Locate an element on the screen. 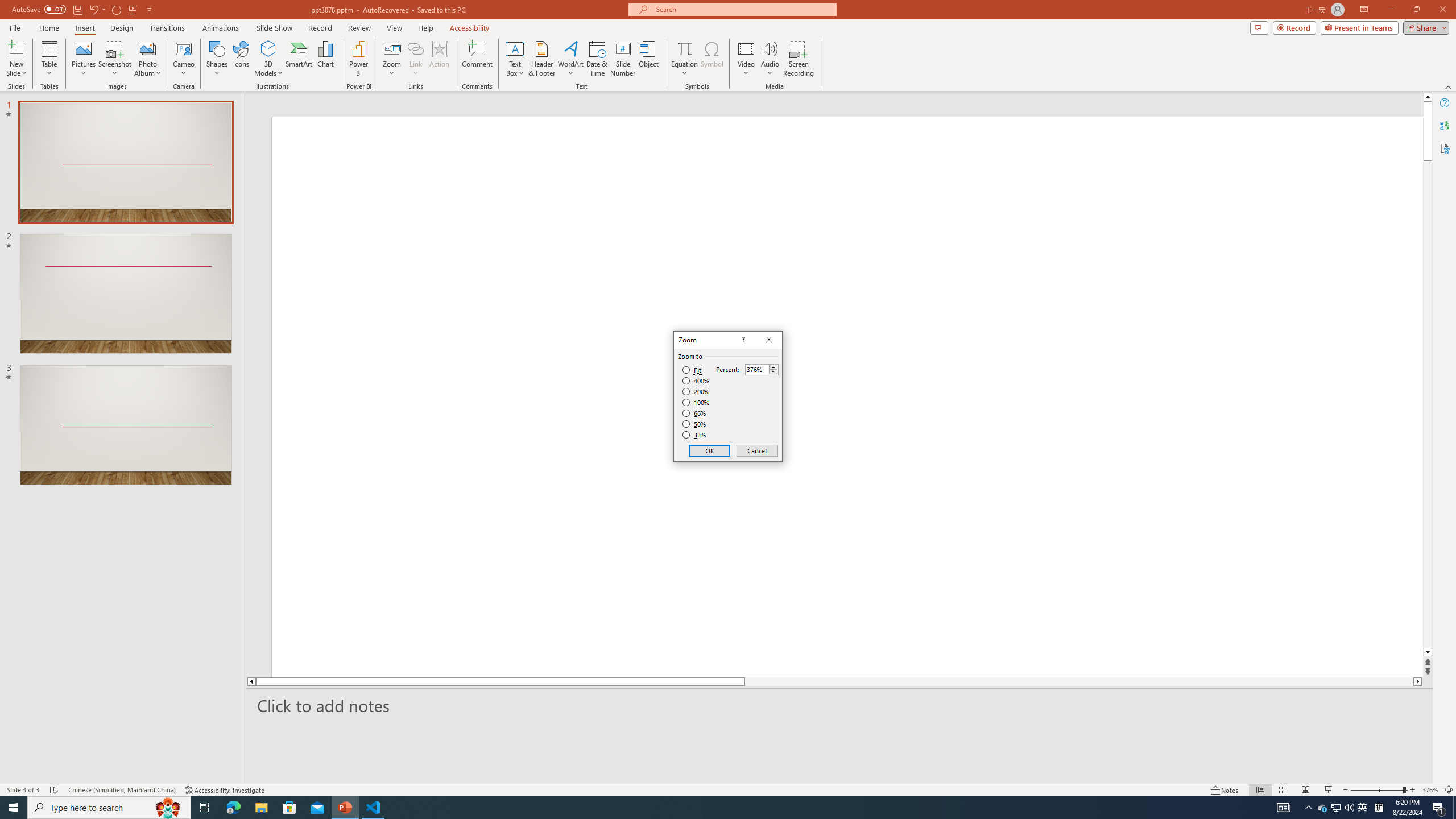 The height and width of the screenshot is (819, 1456). 'Percent' is located at coordinates (756, 370).